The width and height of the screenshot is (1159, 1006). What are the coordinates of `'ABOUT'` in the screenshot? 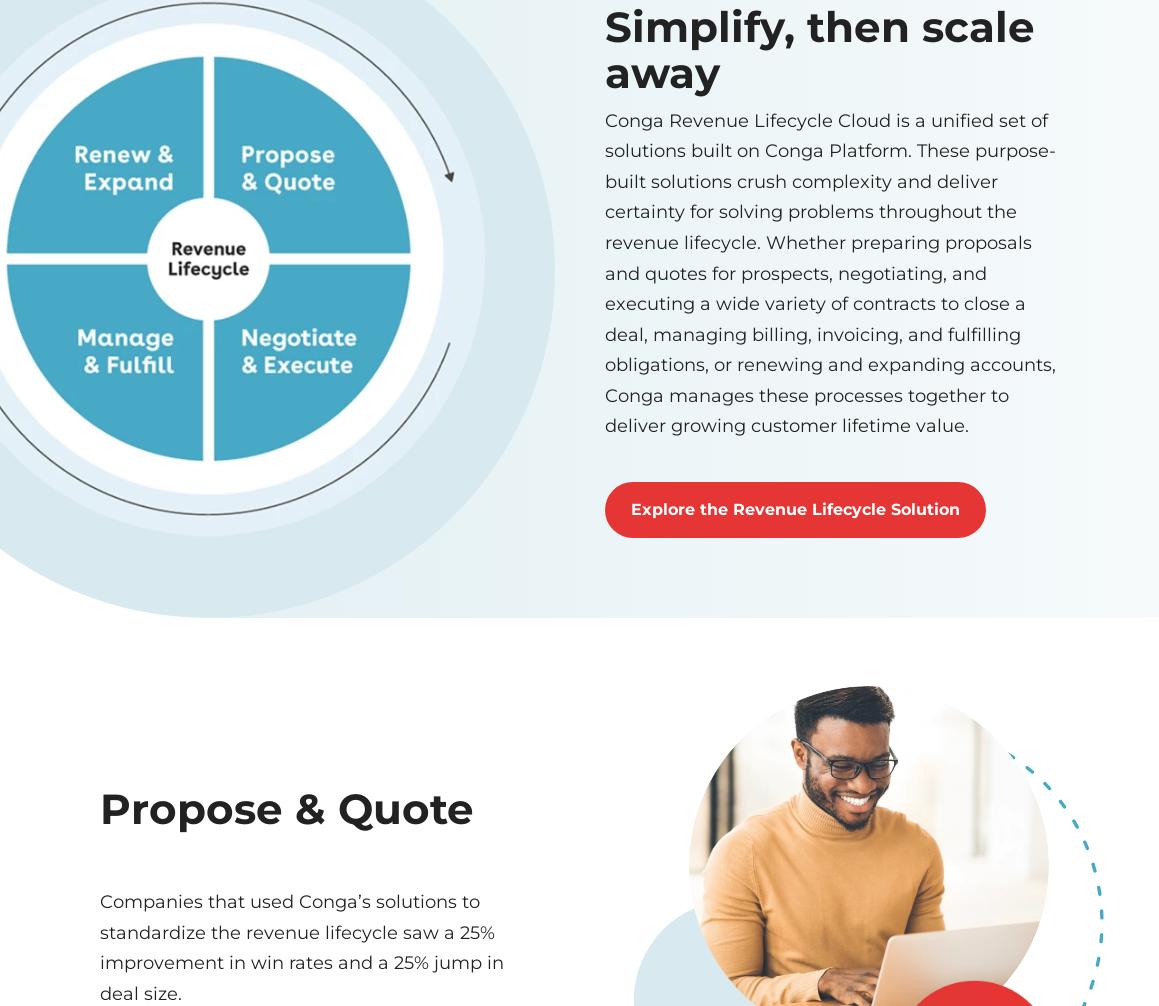 It's located at (782, 449).